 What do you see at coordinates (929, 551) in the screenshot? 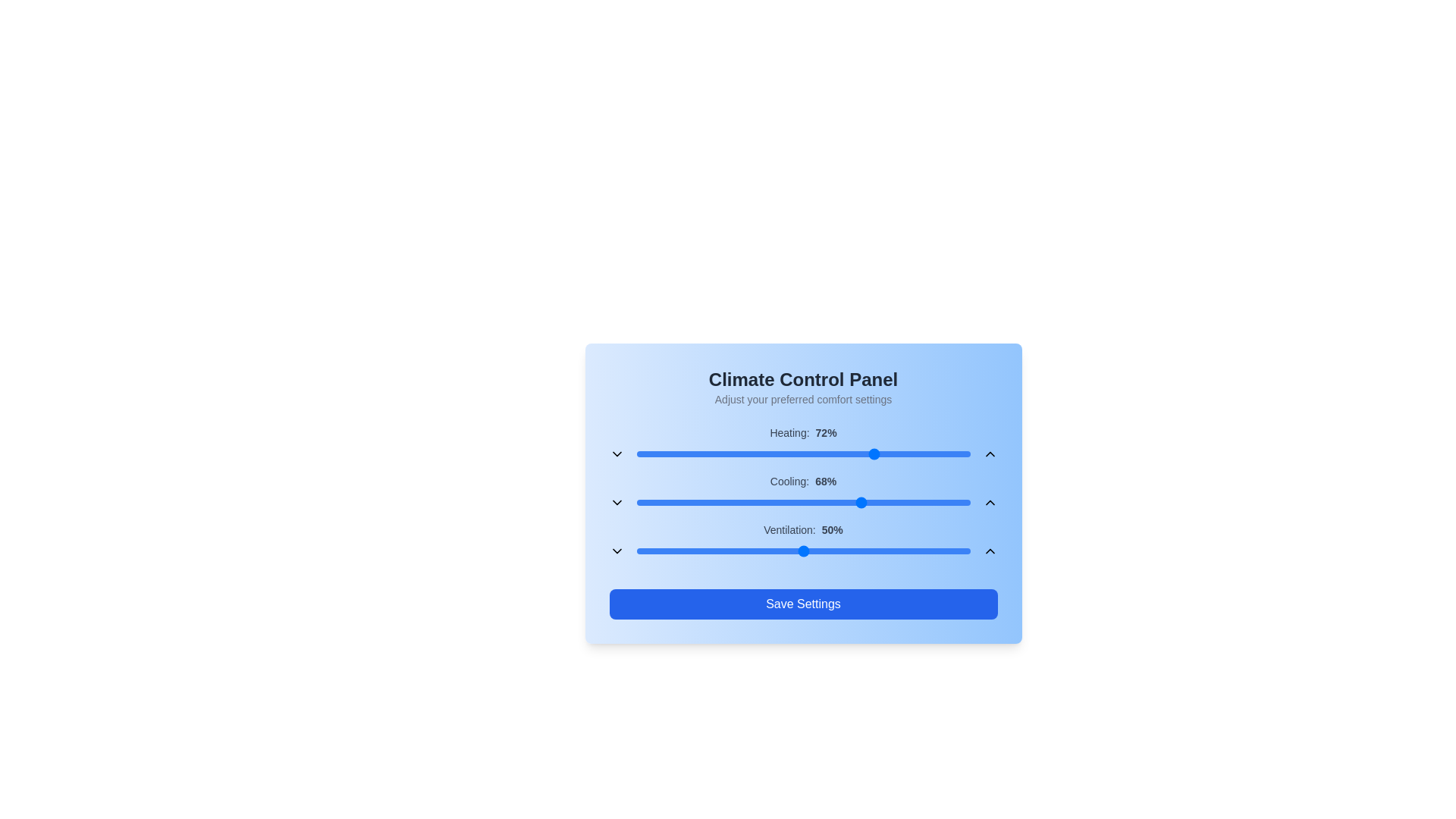
I see `the ventilation slider to 88%` at bounding box center [929, 551].